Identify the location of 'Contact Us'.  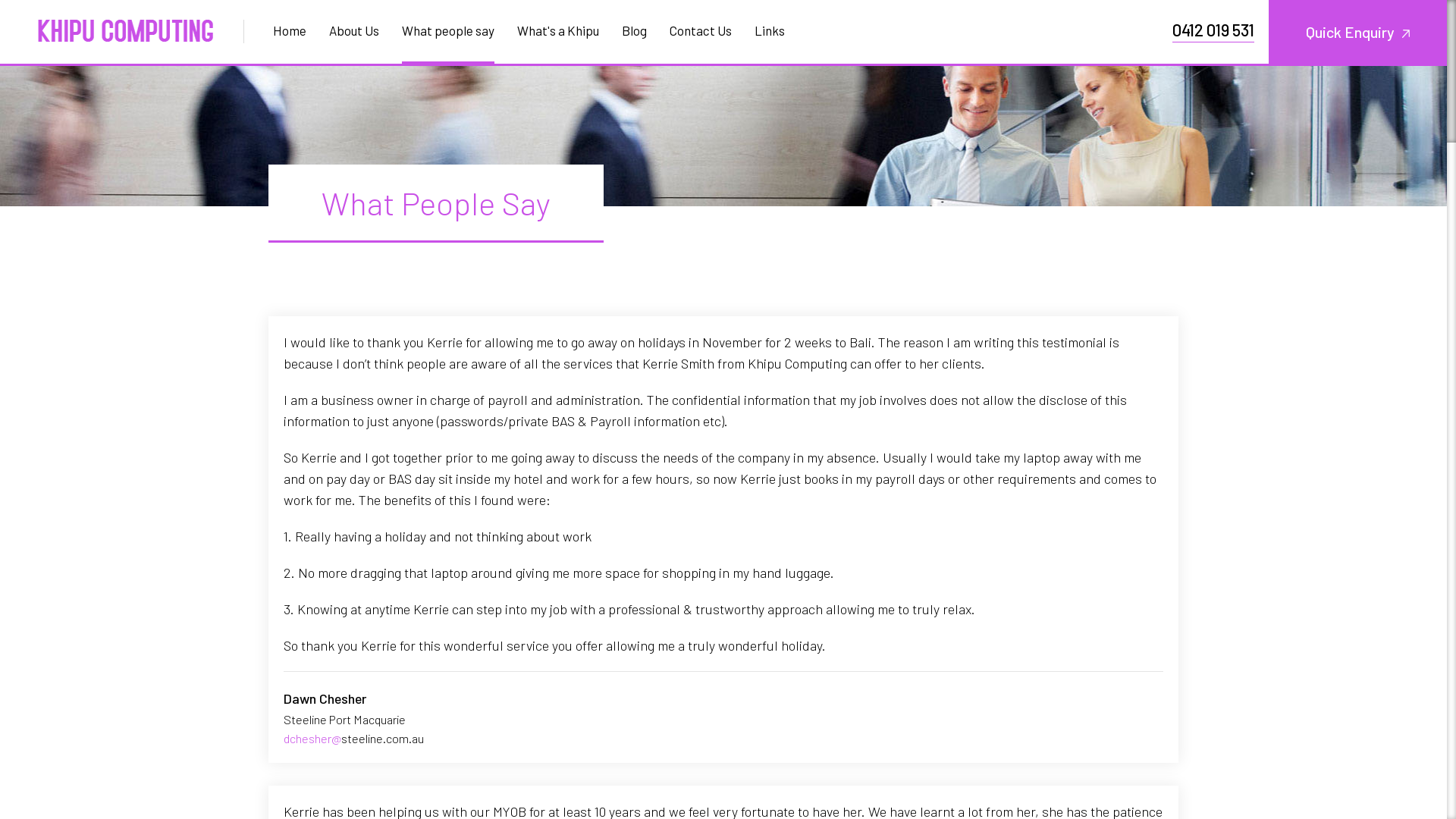
(699, 30).